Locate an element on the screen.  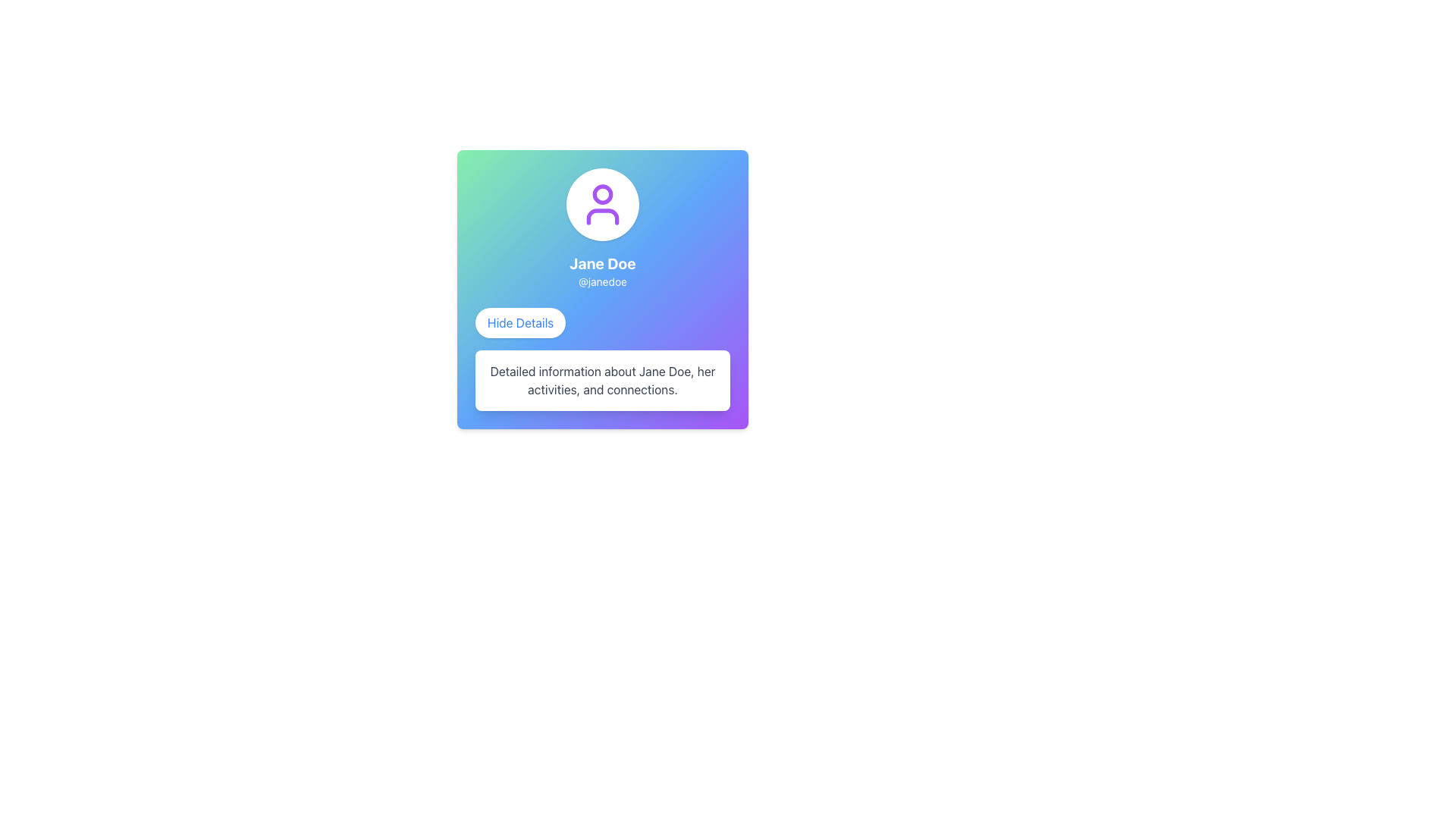
the SVG graphical circle component that represents the head within the user-themed icon, located at the top of the profile card is located at coordinates (602, 193).